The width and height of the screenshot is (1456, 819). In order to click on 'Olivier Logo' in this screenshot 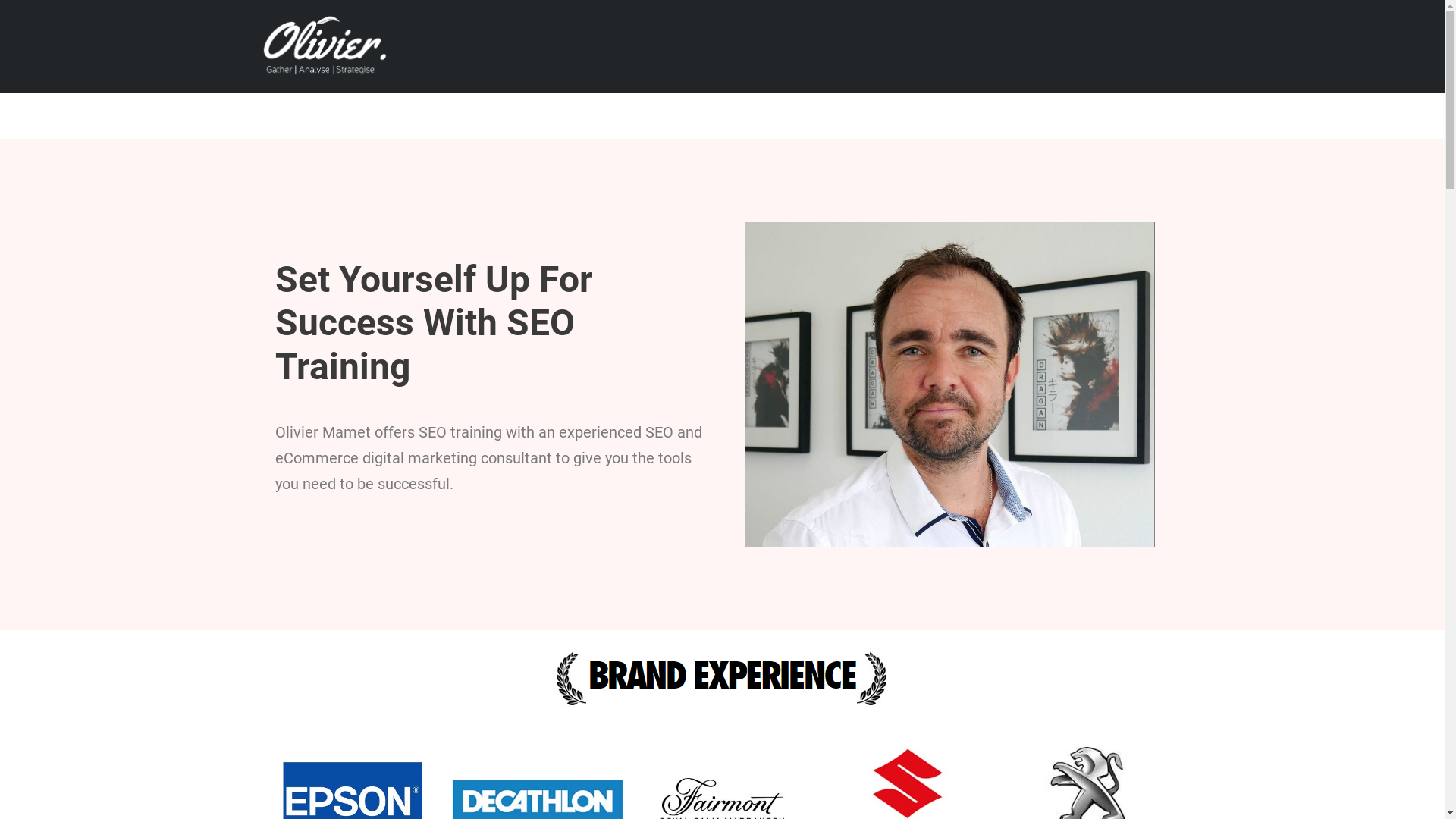, I will do `click(319, 43)`.